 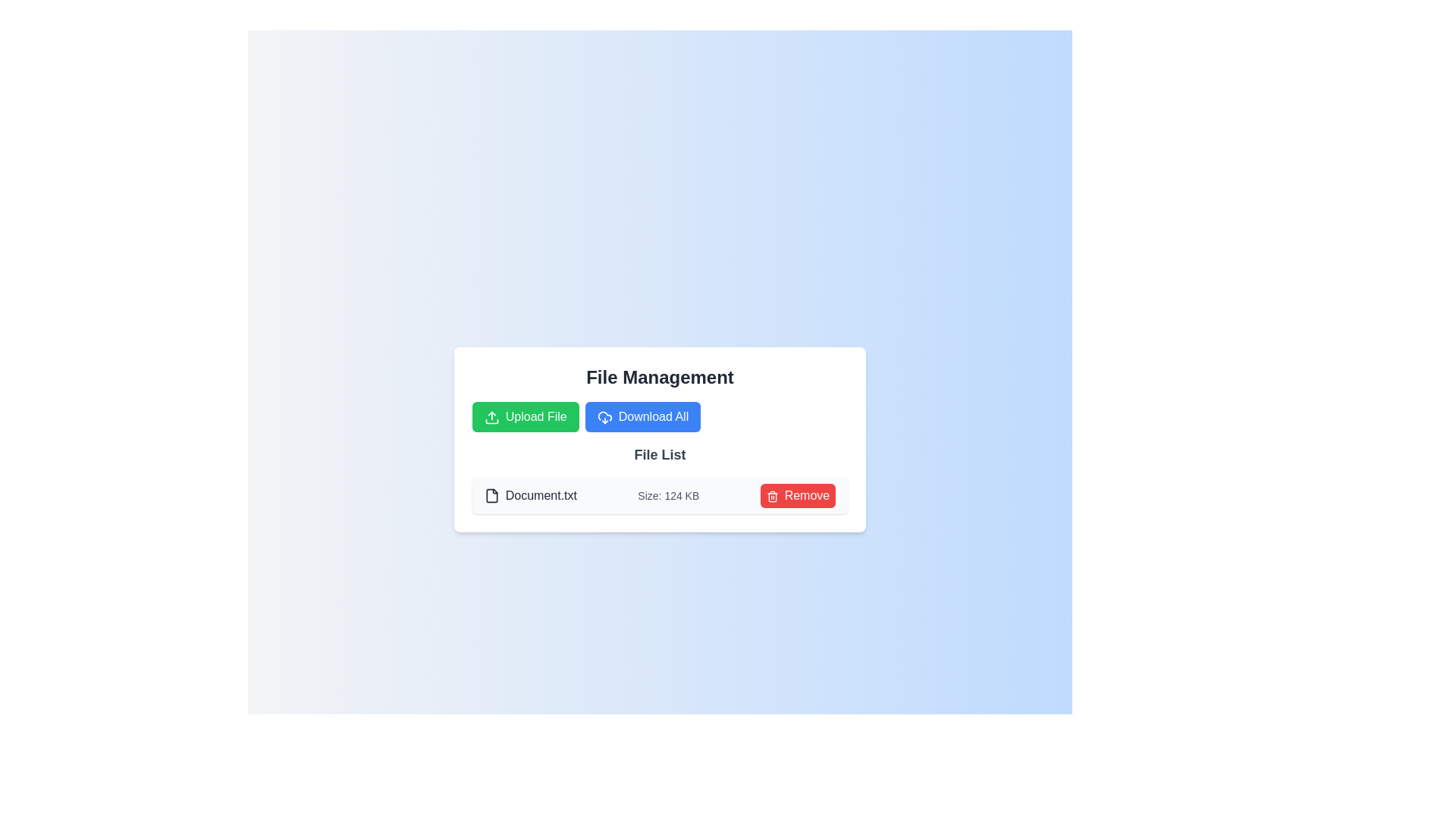 I want to click on the decorative lower rectangle of the 'Upload File' button located at the top-left of the file management interface, so click(x=491, y=421).